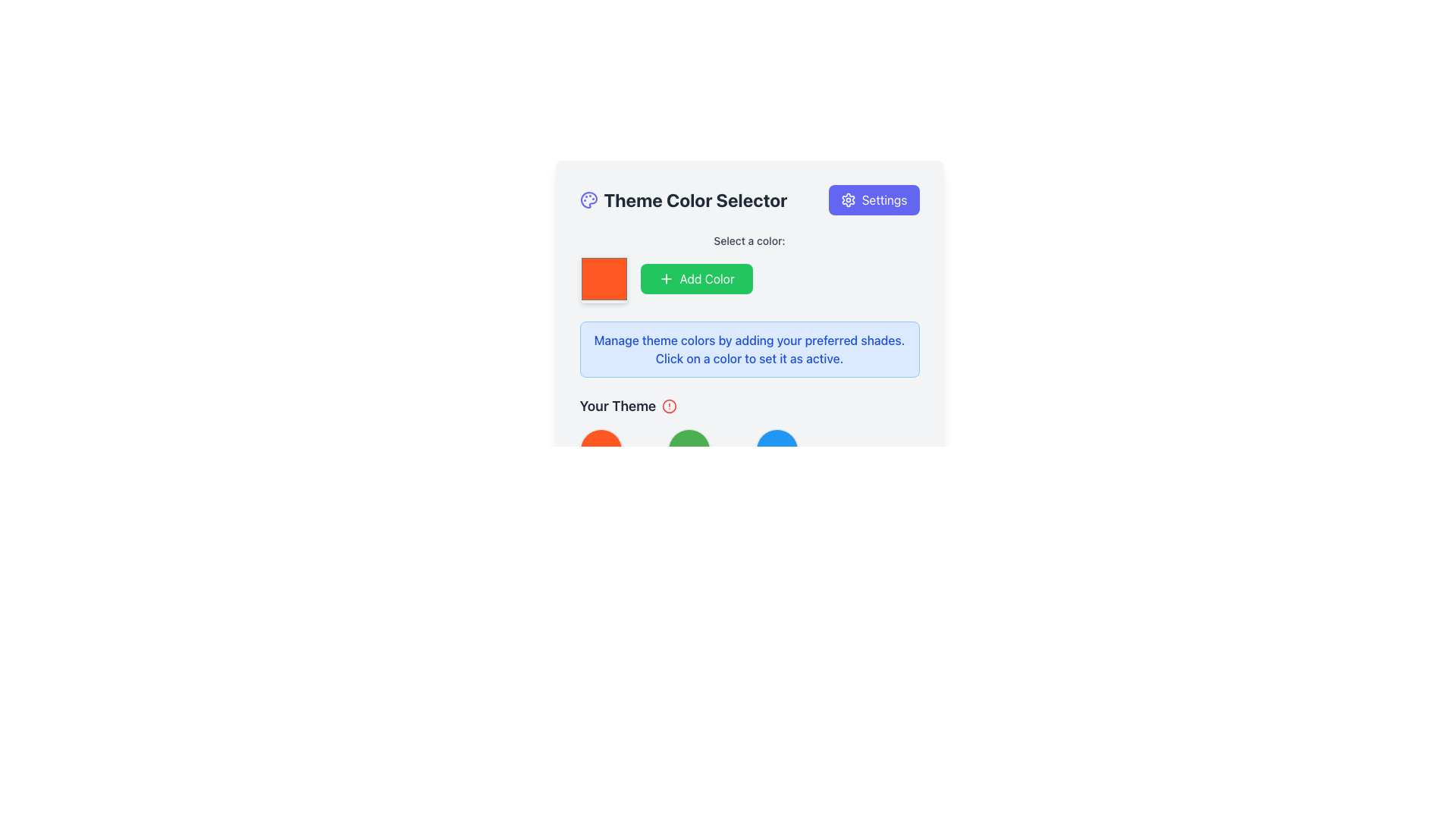 The image size is (1456, 819). Describe the element at coordinates (749, 278) in the screenshot. I see `the green 'Add Color' button located on the right side of the color picker in the 'Select a color:' section` at that location.